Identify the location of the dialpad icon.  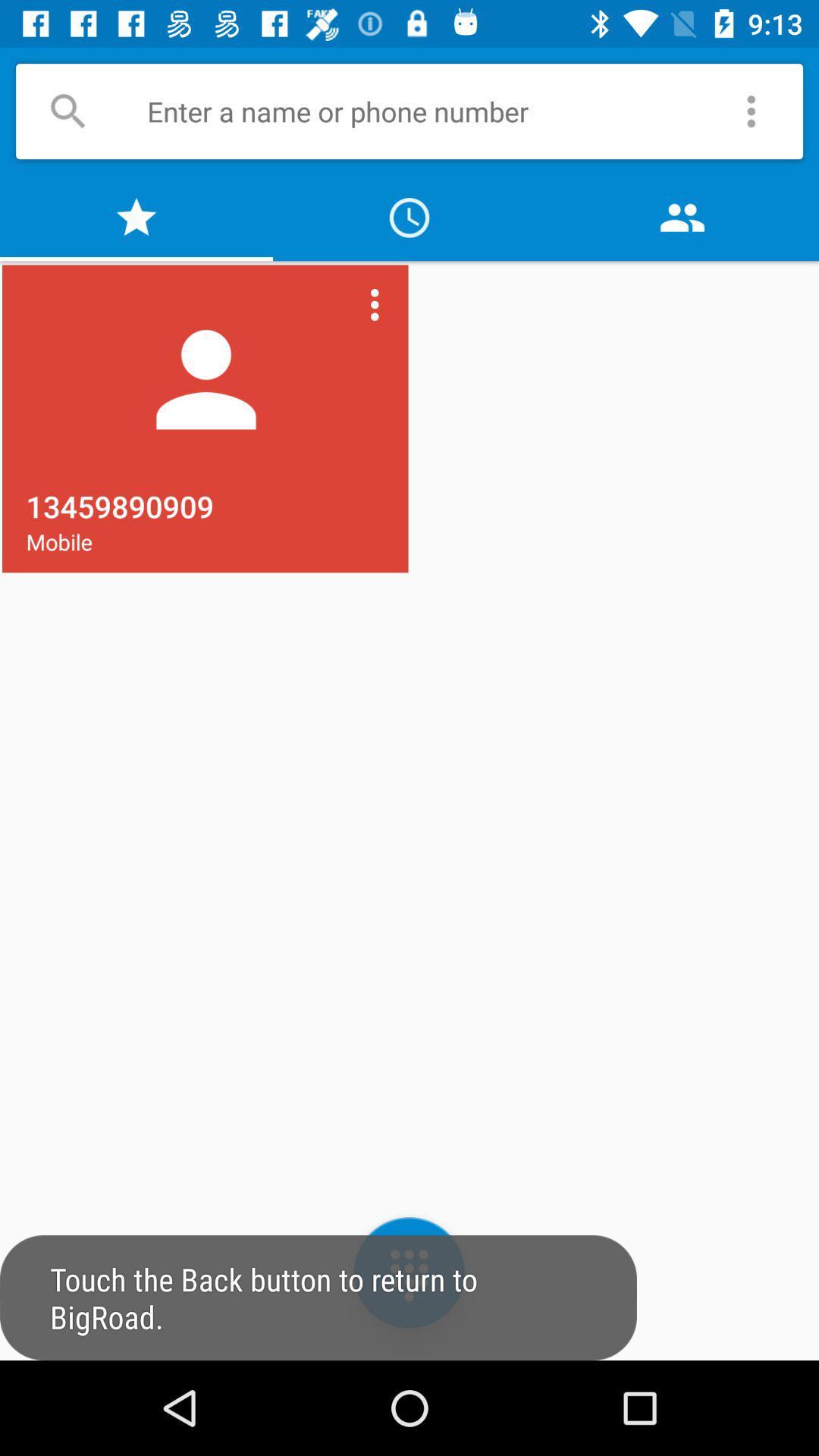
(409, 1272).